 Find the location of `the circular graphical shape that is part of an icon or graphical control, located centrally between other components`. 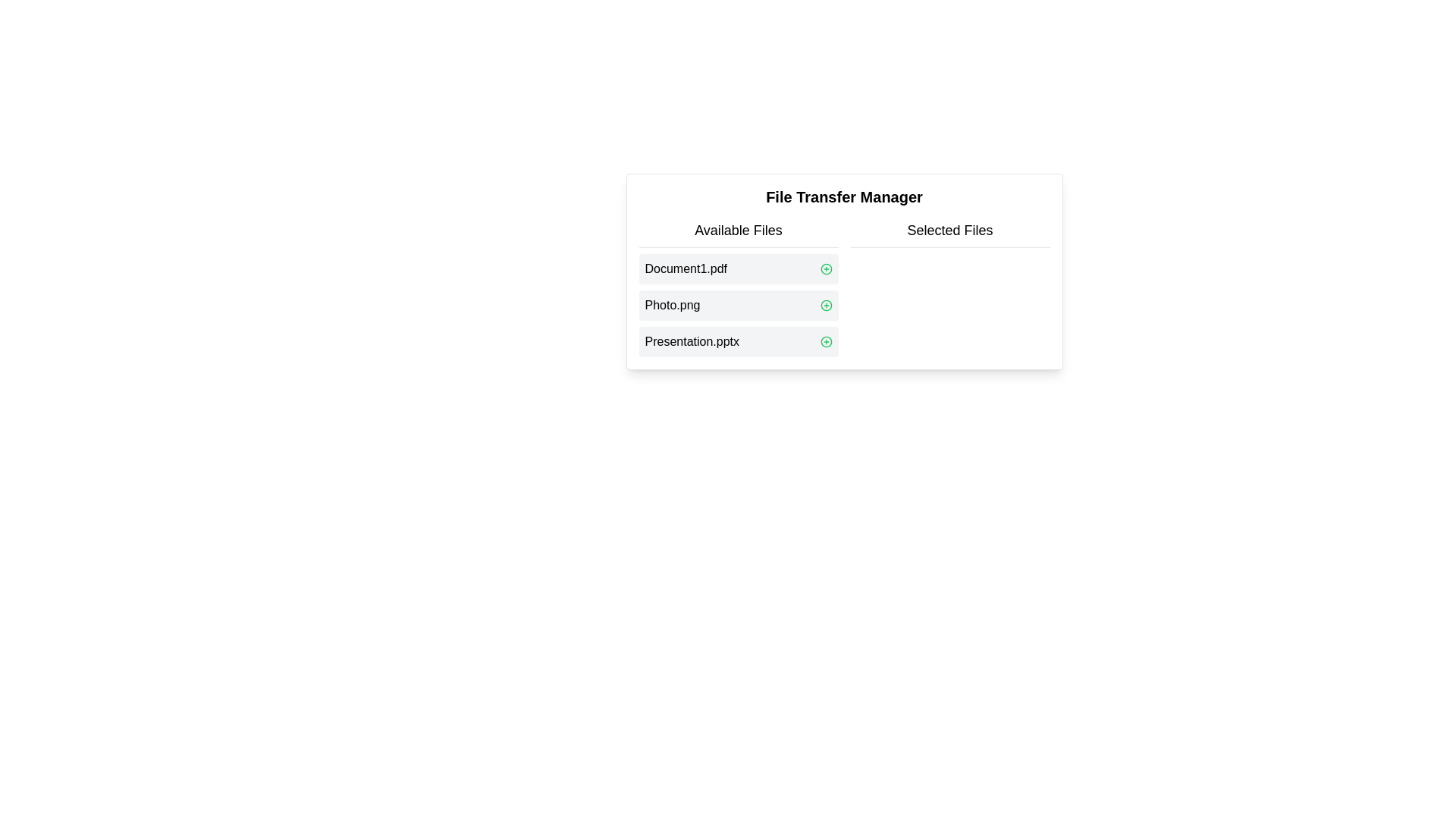

the circular graphical shape that is part of an icon or graphical control, located centrally between other components is located at coordinates (825, 342).